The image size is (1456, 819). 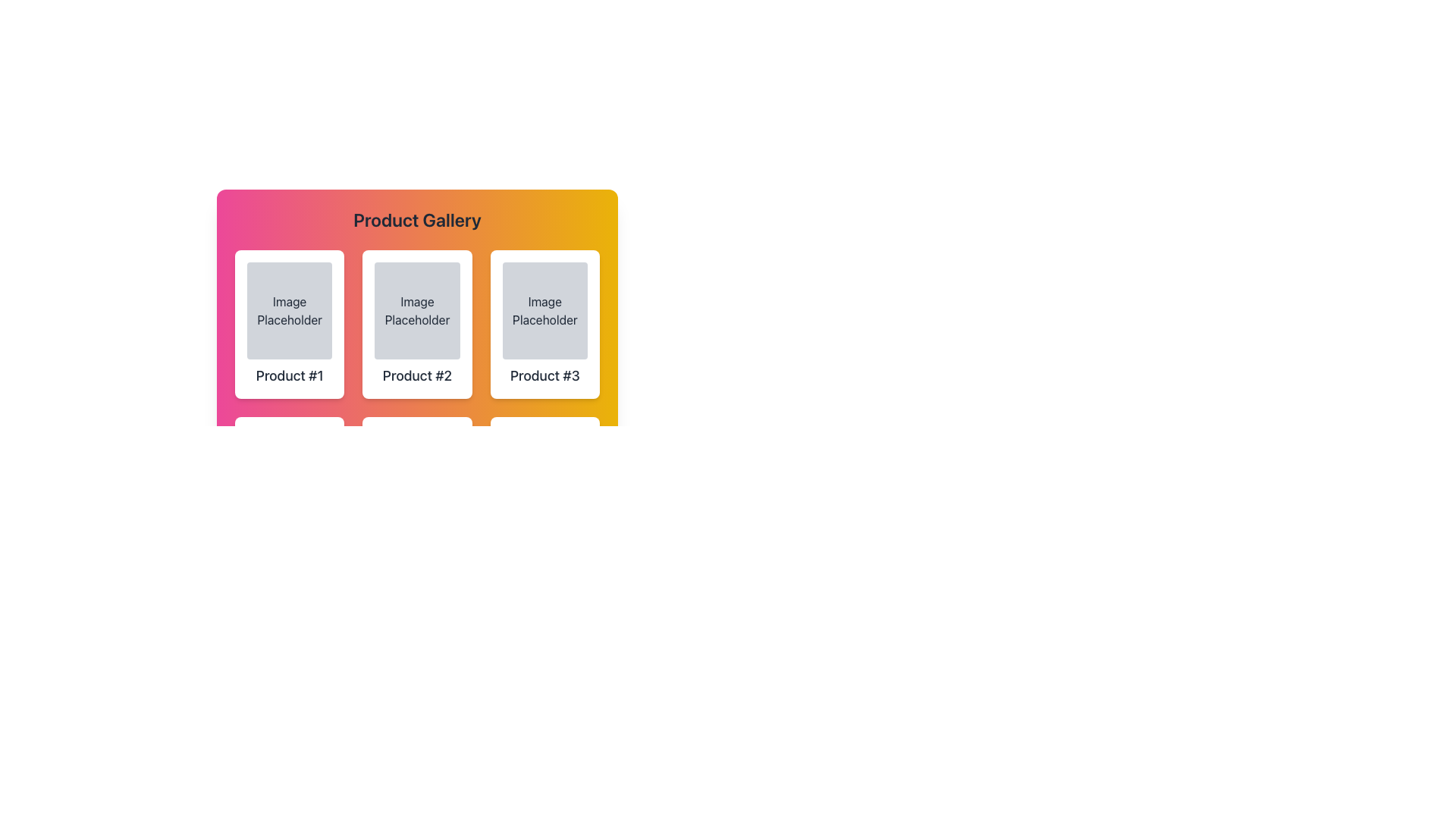 I want to click on the text label displaying 'Product #2', which is positioned below an image placeholder in the second product card, so click(x=417, y=375).